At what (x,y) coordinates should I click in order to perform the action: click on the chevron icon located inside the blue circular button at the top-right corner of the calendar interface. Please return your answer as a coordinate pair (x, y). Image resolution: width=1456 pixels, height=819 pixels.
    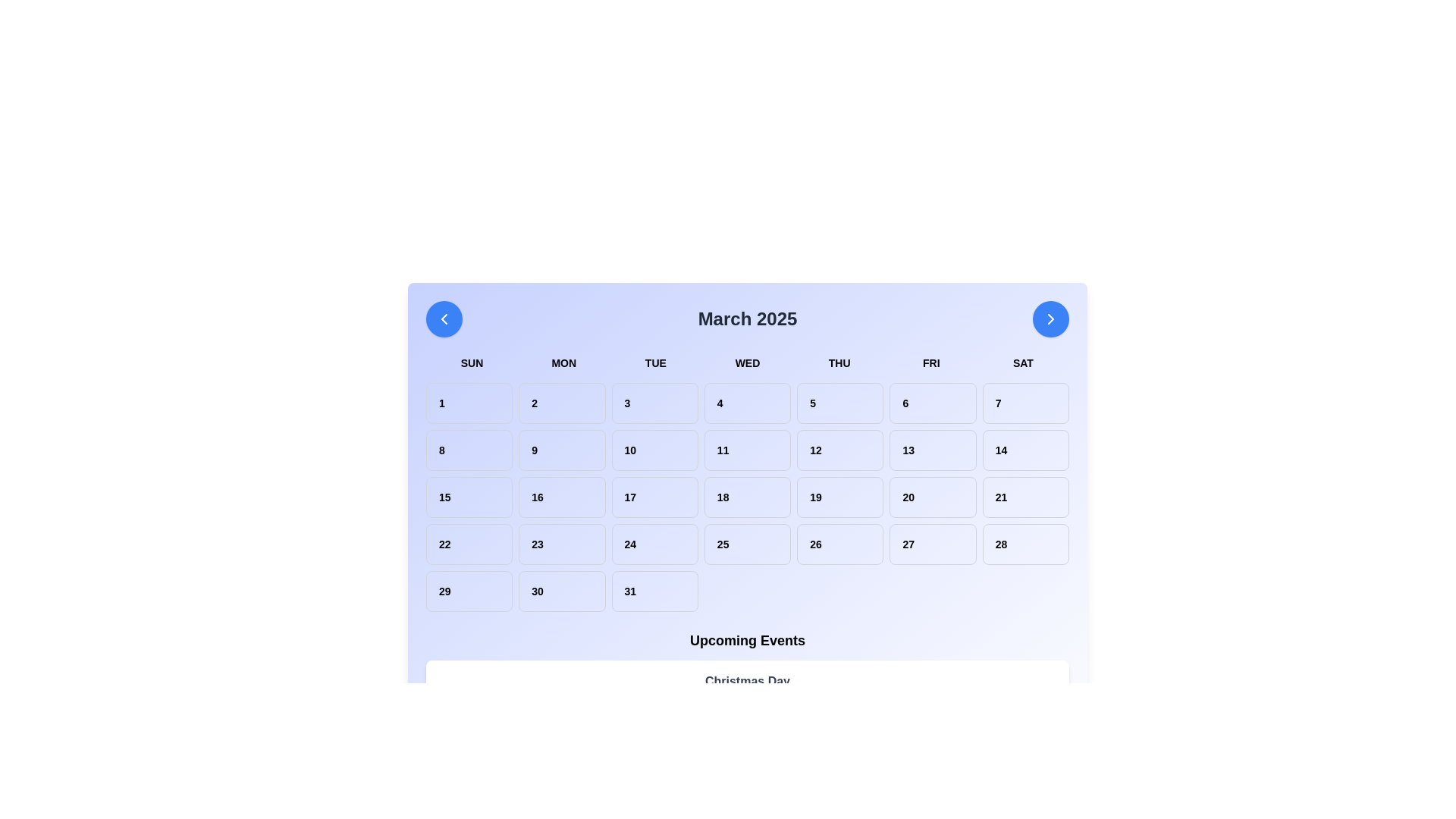
    Looking at the image, I should click on (1050, 318).